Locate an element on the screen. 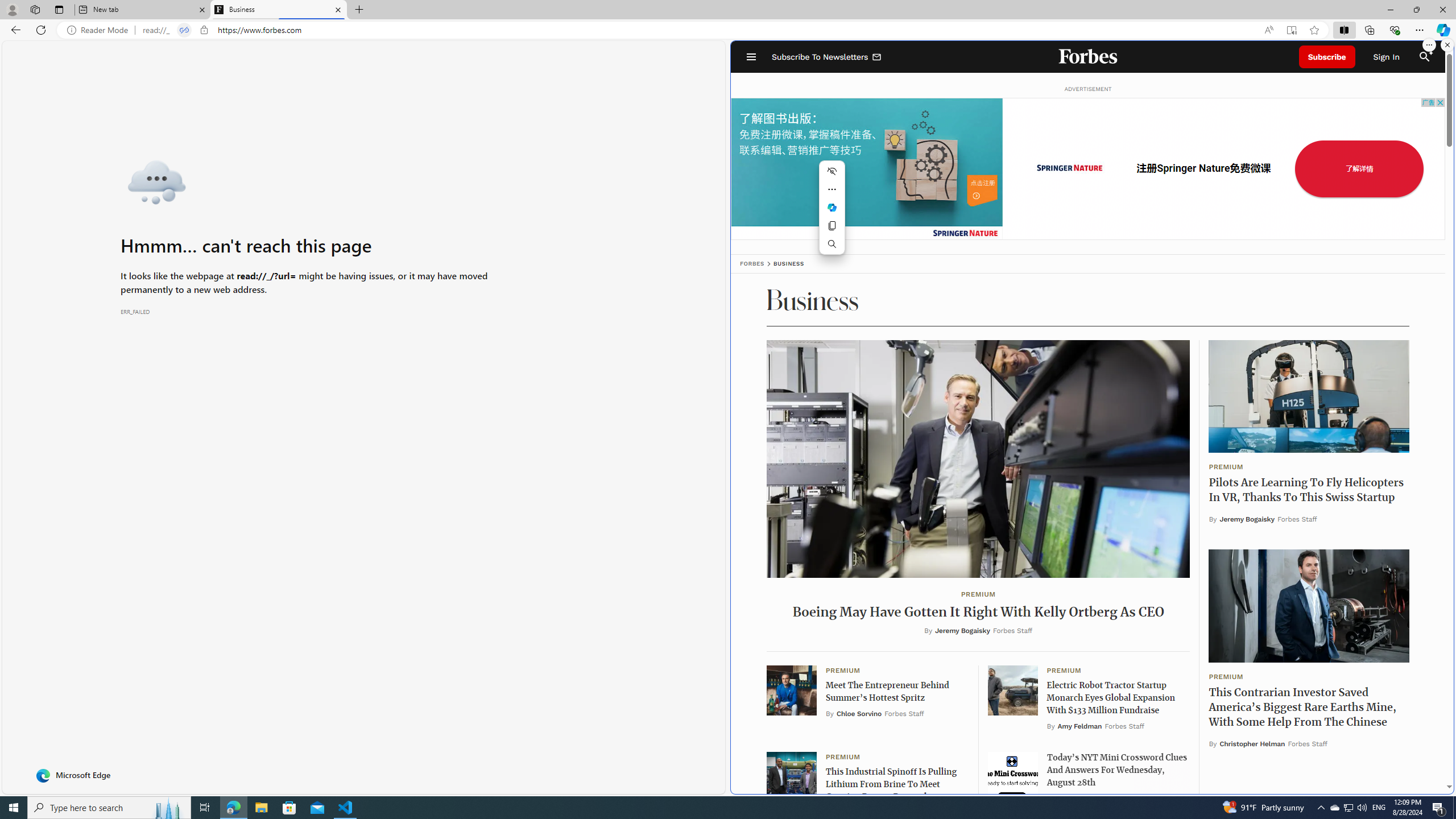  'Sign In' is located at coordinates (1386, 56).